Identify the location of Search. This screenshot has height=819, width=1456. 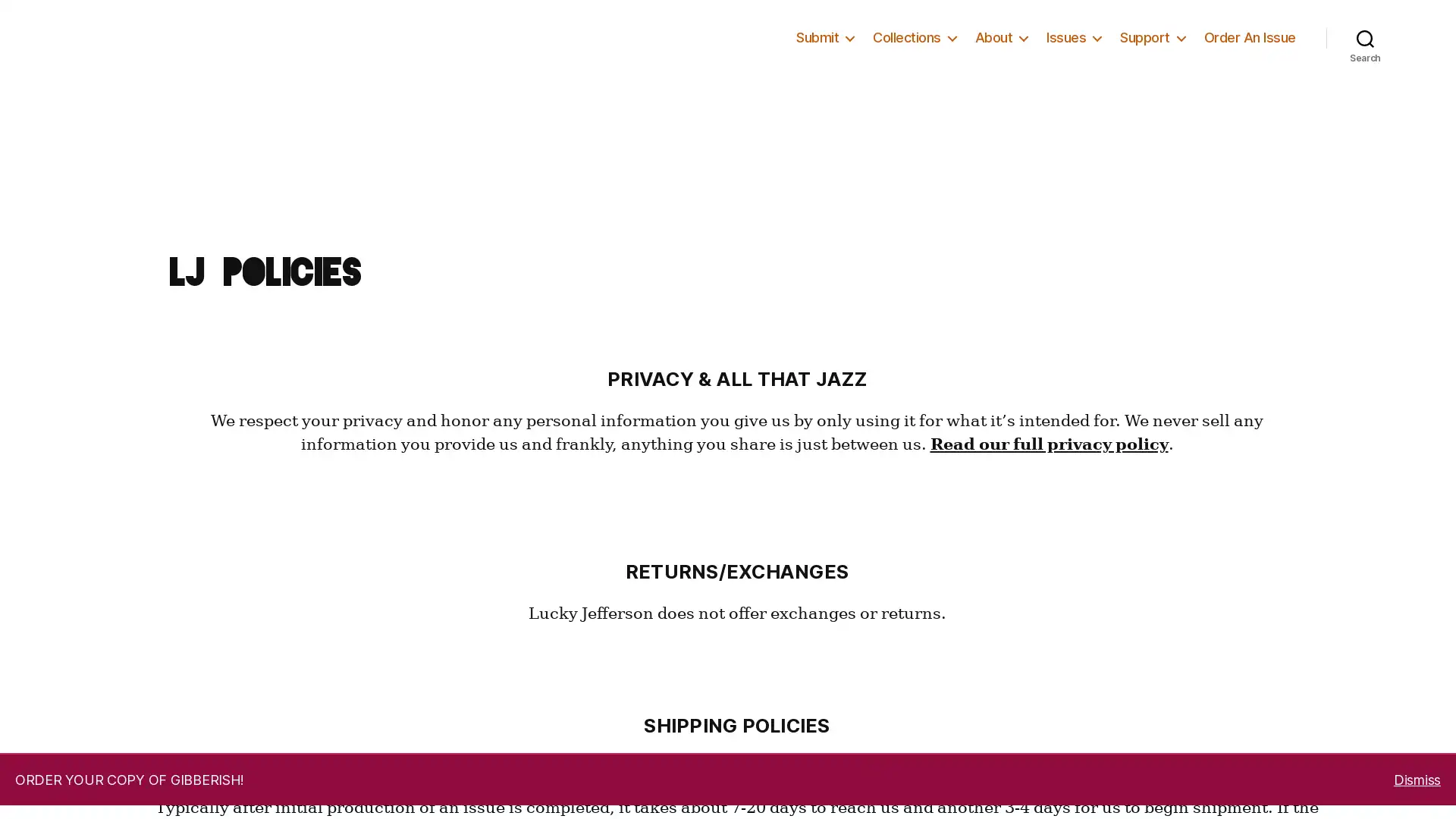
(1365, 87).